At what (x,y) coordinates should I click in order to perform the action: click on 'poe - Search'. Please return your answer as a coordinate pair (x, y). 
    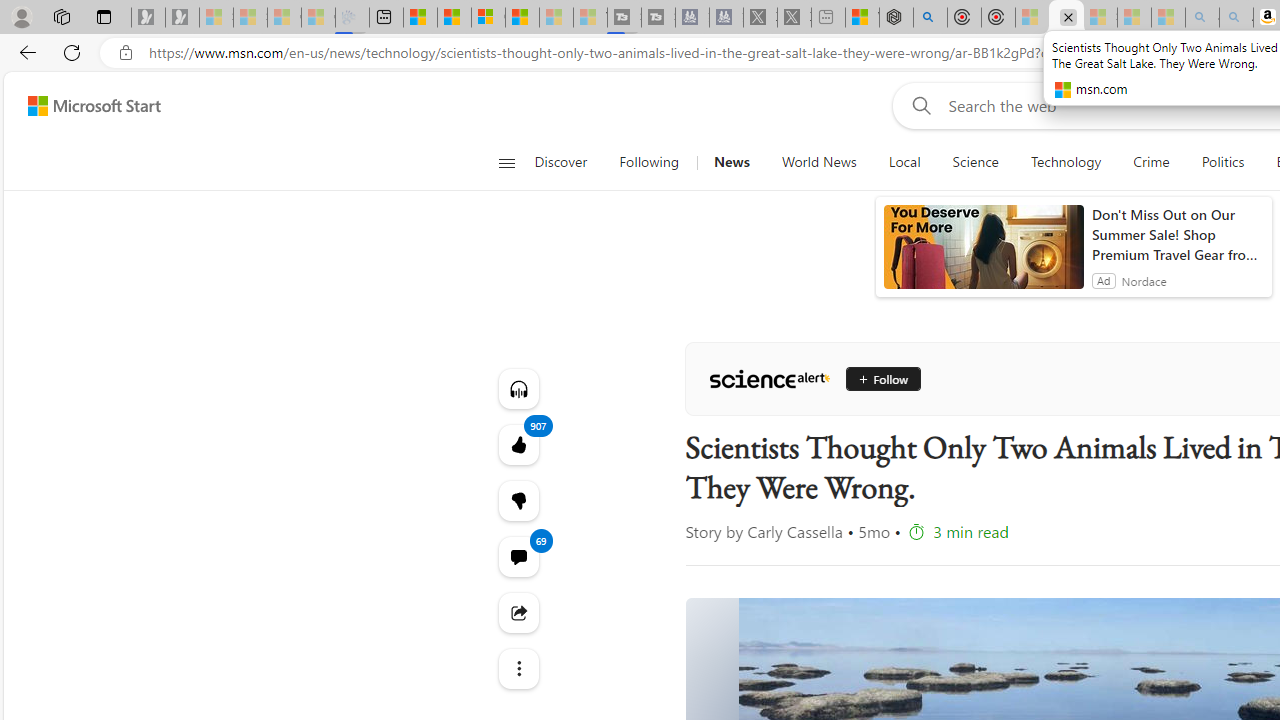
    Looking at the image, I should click on (929, 17).